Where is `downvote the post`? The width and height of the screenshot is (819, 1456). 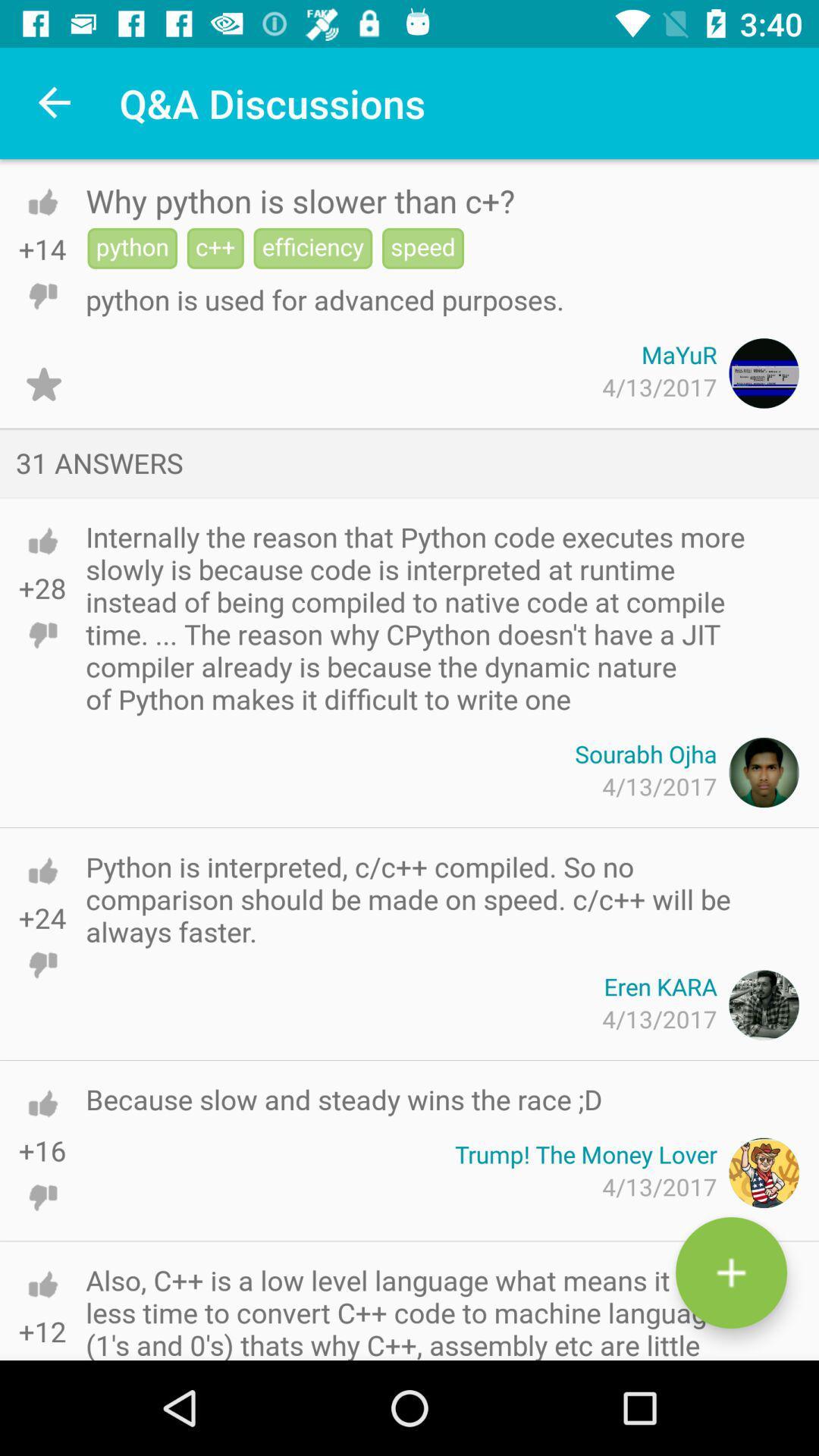 downvote the post is located at coordinates (42, 1348).